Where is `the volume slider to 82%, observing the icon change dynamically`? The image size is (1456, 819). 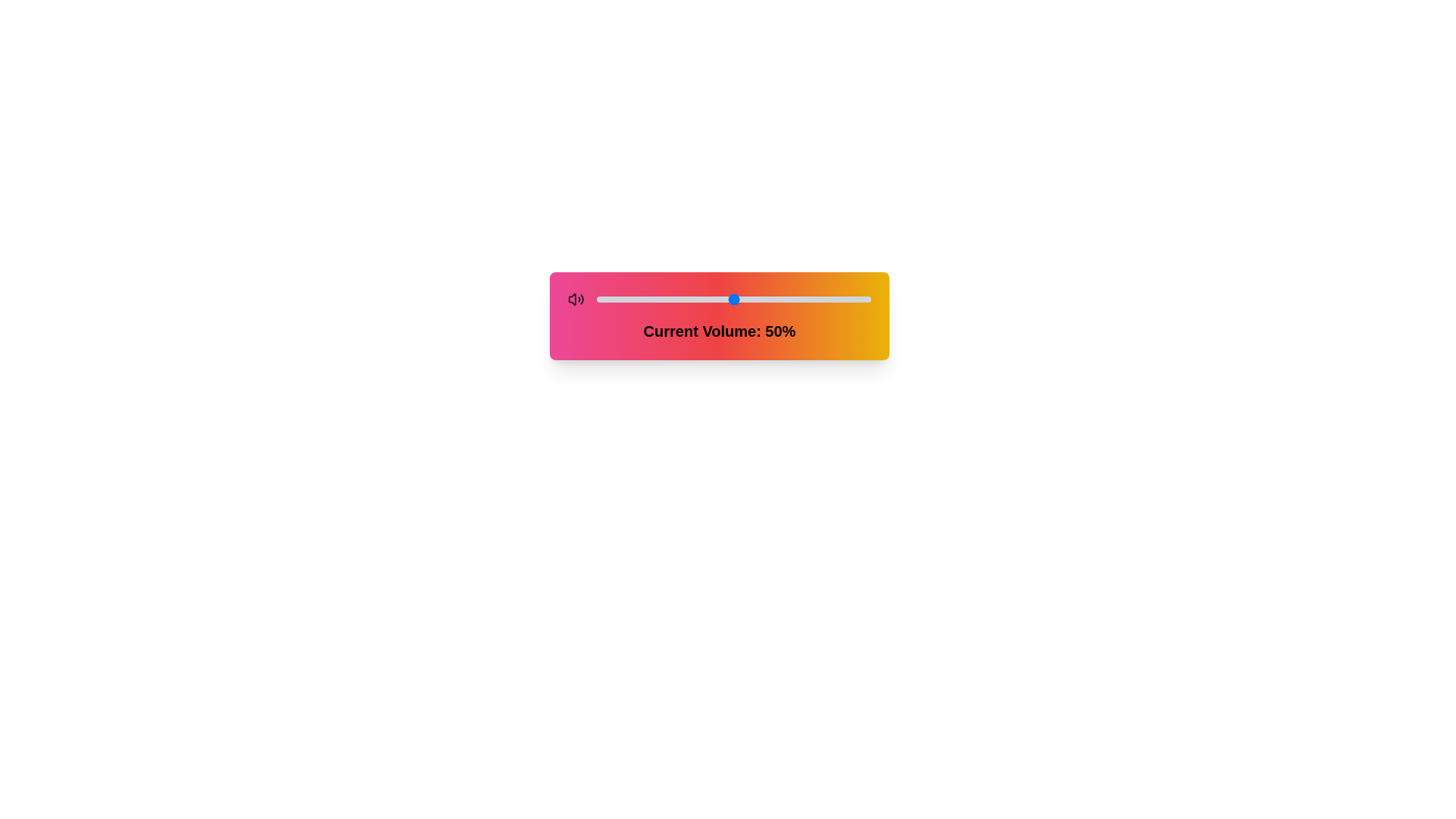
the volume slider to 82%, observing the icon change dynamically is located at coordinates (821, 299).